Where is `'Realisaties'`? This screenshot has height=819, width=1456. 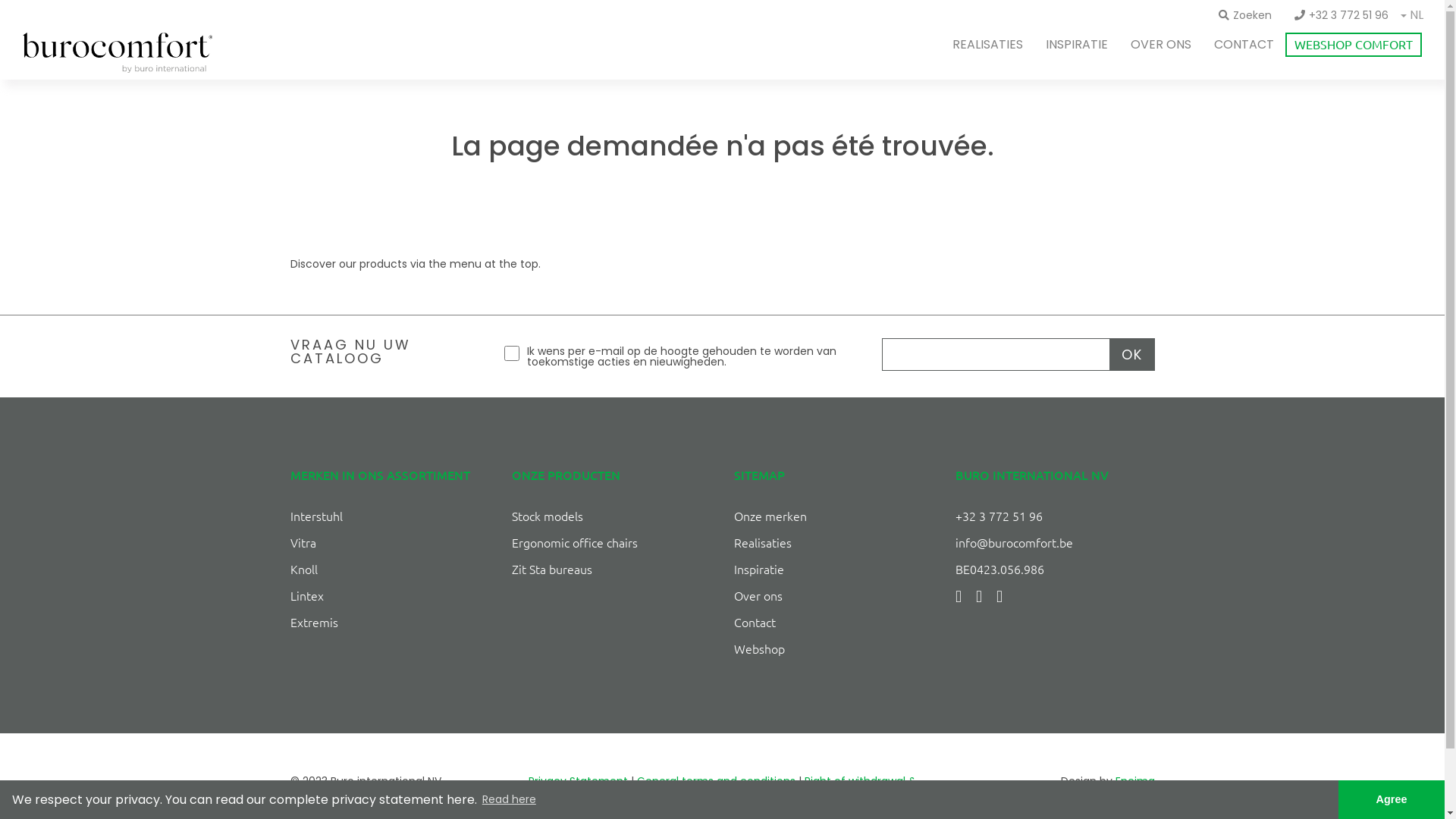
'Realisaties' is located at coordinates (763, 541).